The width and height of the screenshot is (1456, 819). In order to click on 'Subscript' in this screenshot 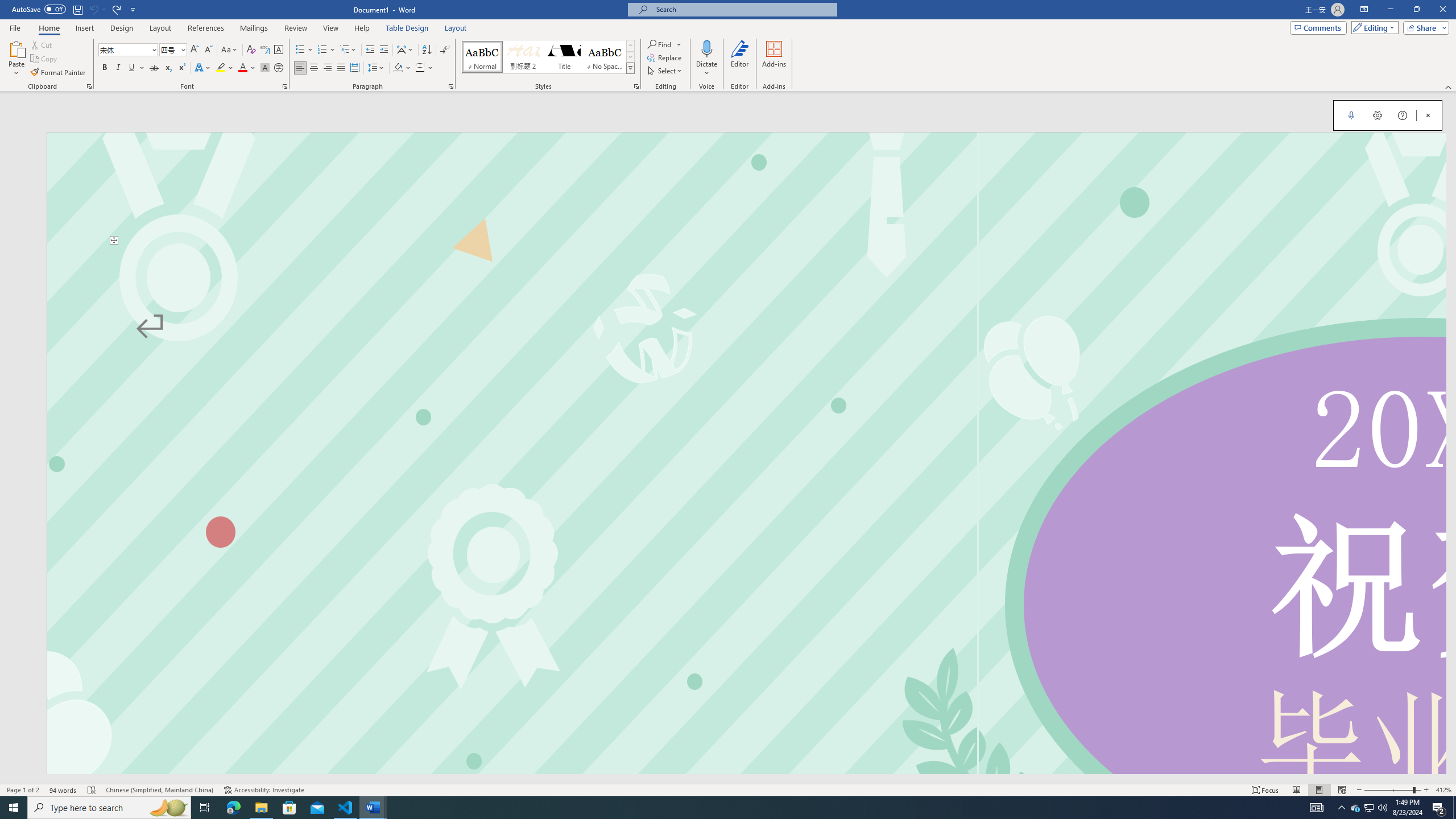, I will do `click(167, 67)`.